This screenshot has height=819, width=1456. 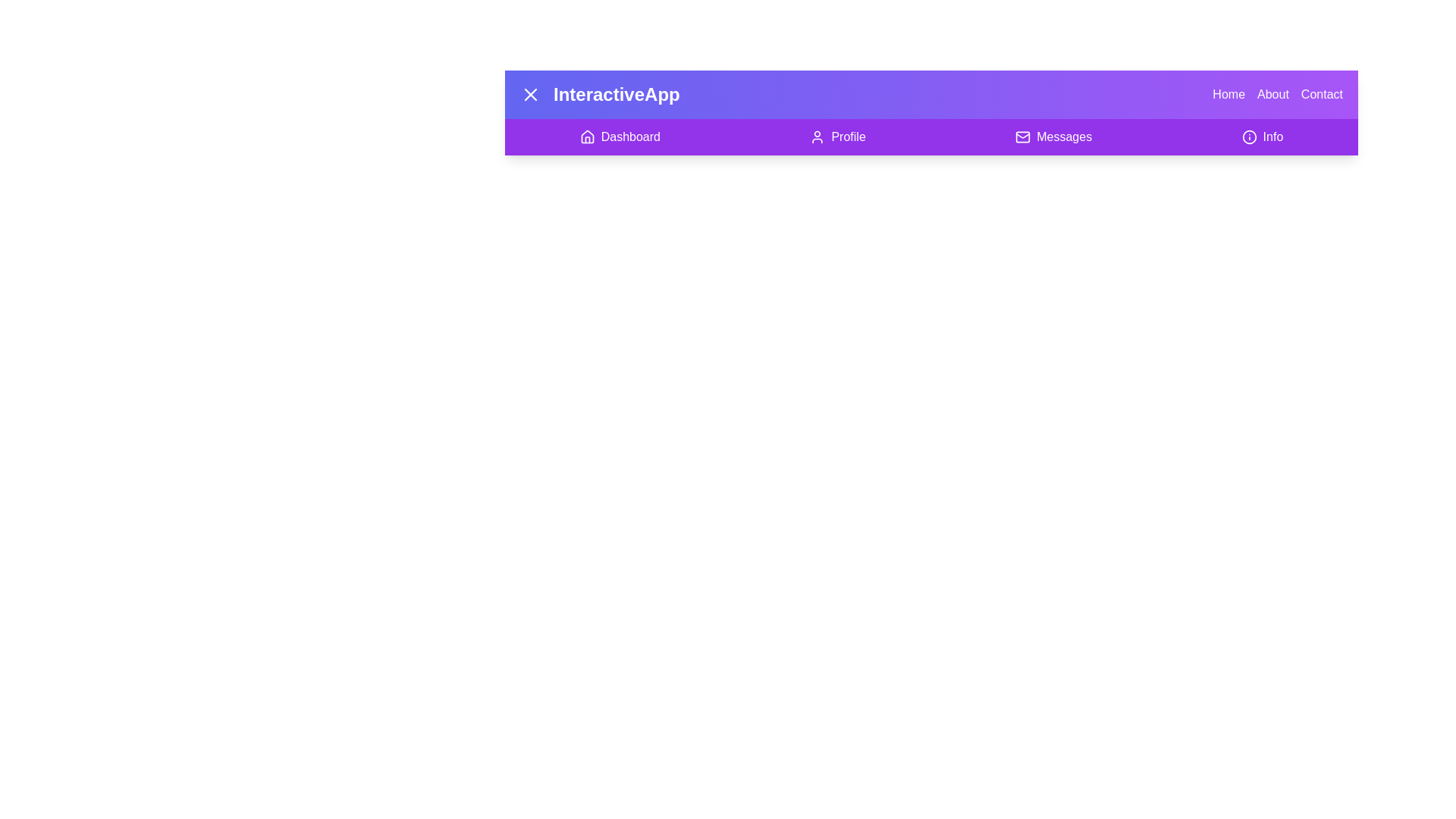 What do you see at coordinates (1053, 137) in the screenshot?
I see `the button labeled Messages to observe its hover effect` at bounding box center [1053, 137].